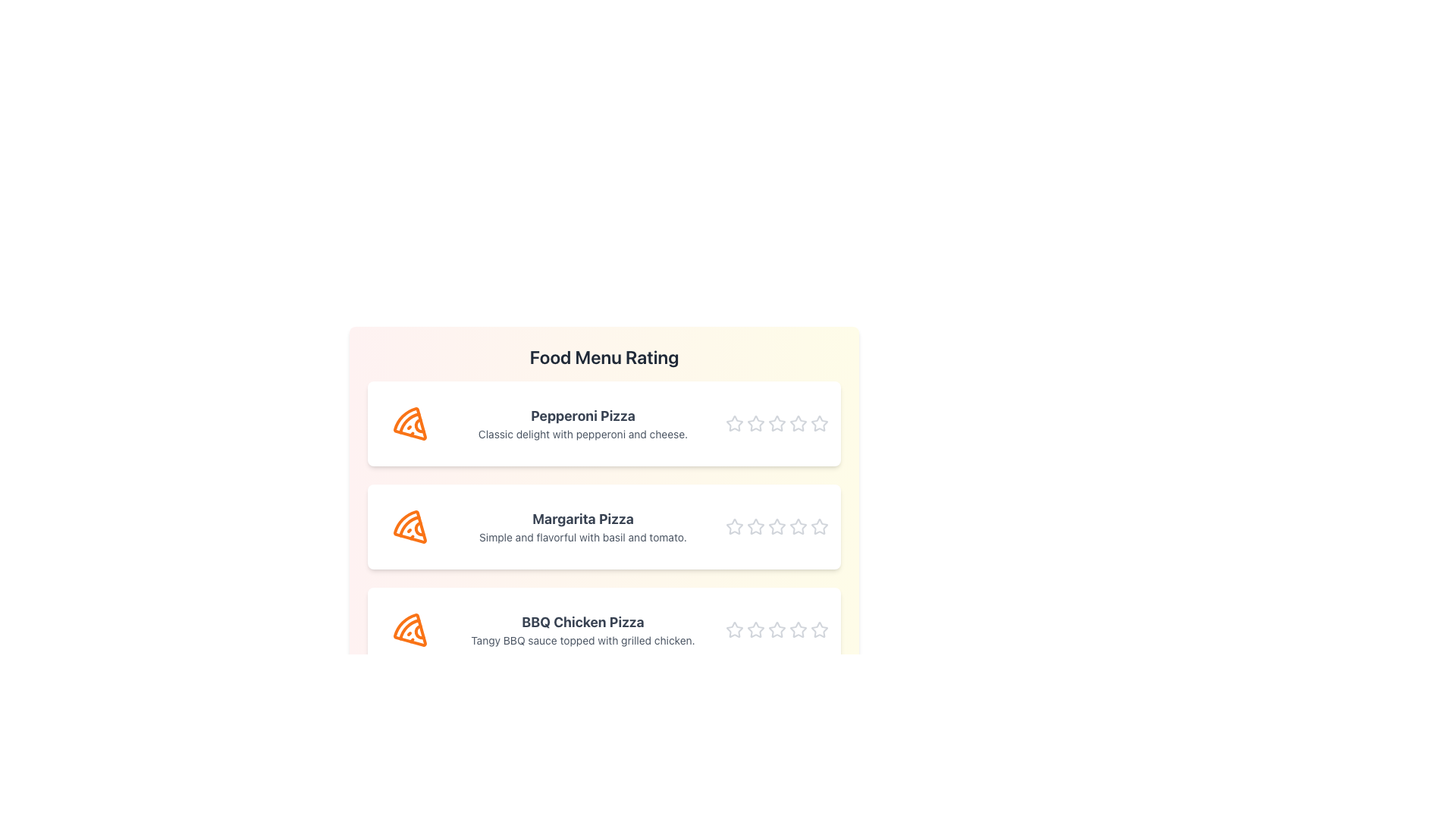  Describe the element at coordinates (582, 623) in the screenshot. I see `the text label that serves as the title of the dish in the third menu card from the top in the 'Food Menu Rating' section` at that location.